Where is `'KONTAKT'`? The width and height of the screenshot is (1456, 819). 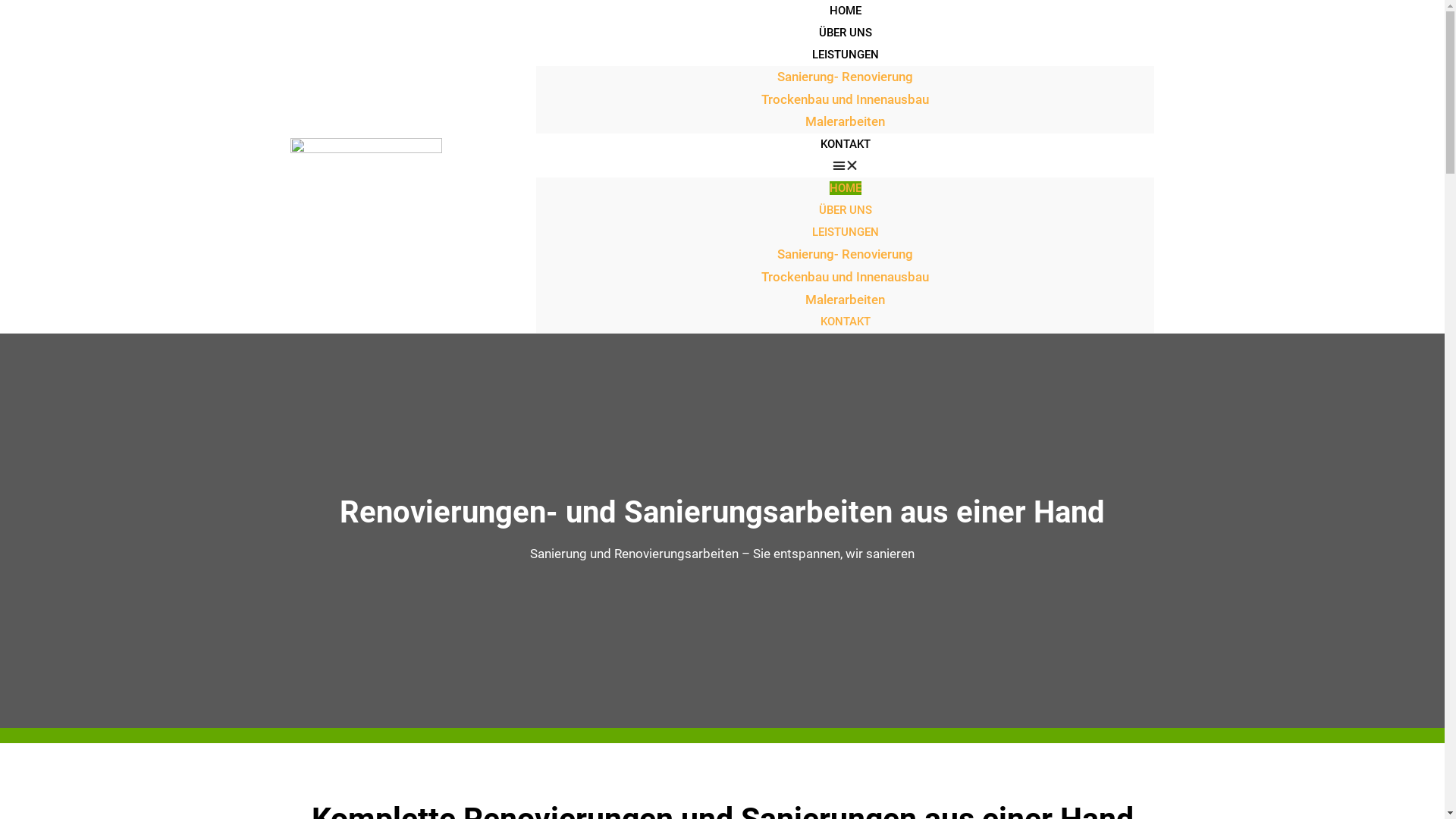 'KONTAKT' is located at coordinates (844, 143).